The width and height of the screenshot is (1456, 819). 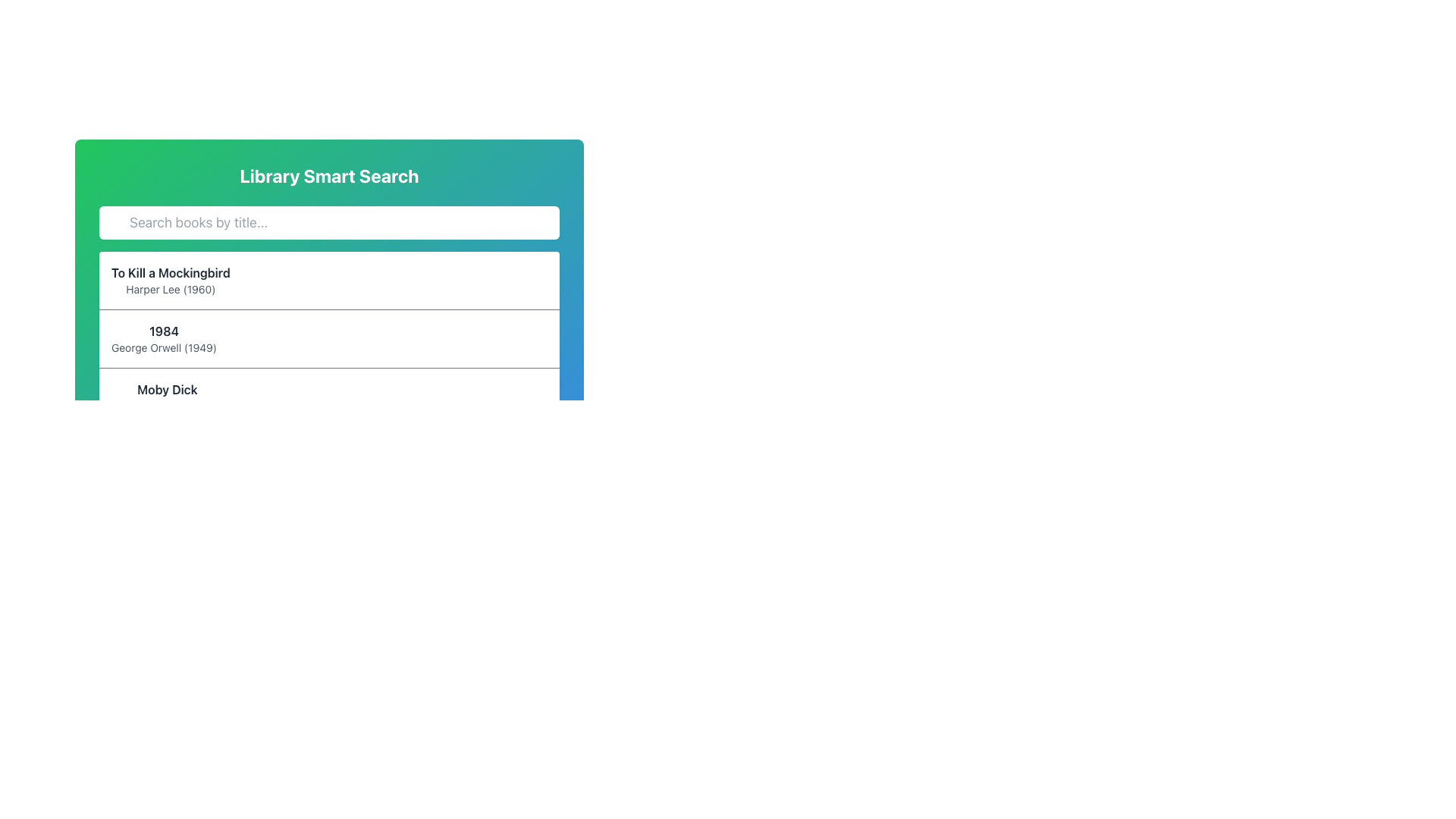 What do you see at coordinates (328, 259) in the screenshot?
I see `the clickable list item representing the book 'To Kill a Mockingbird'` at bounding box center [328, 259].